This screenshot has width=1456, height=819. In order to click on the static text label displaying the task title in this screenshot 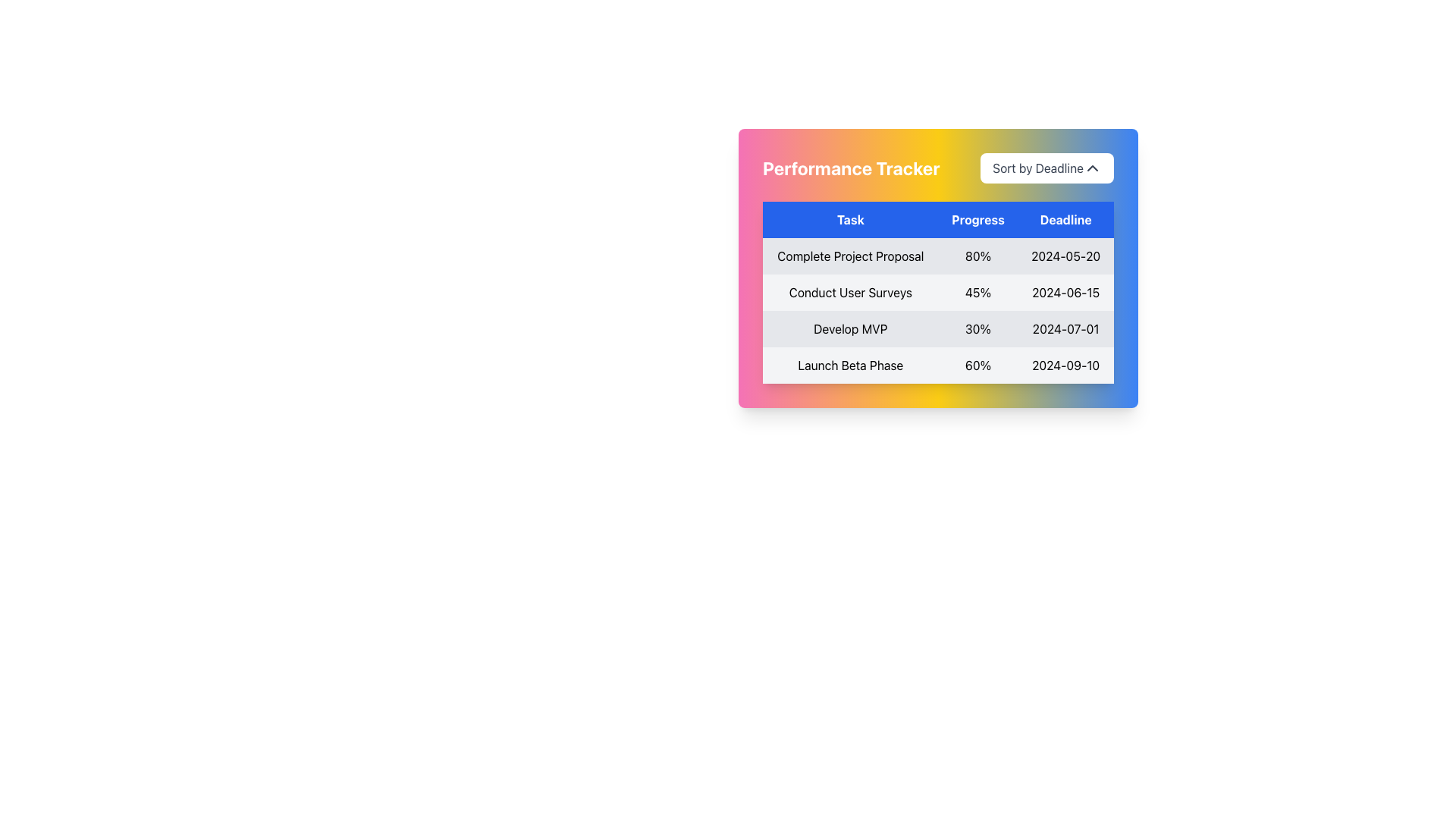, I will do `click(850, 292)`.